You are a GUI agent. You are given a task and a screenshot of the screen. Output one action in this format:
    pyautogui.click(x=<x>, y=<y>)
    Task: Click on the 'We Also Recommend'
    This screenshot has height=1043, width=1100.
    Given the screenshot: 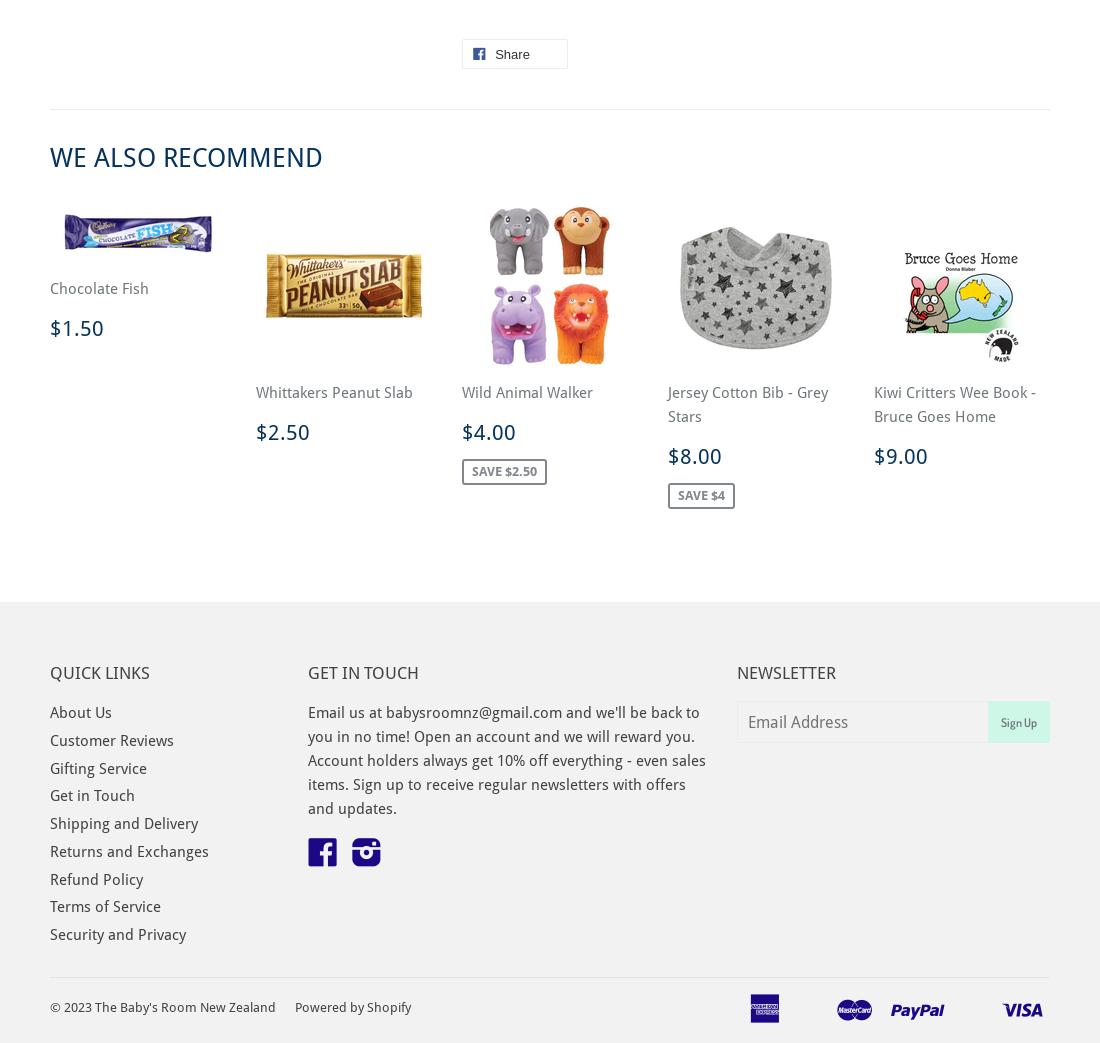 What is the action you would take?
    pyautogui.click(x=185, y=155)
    